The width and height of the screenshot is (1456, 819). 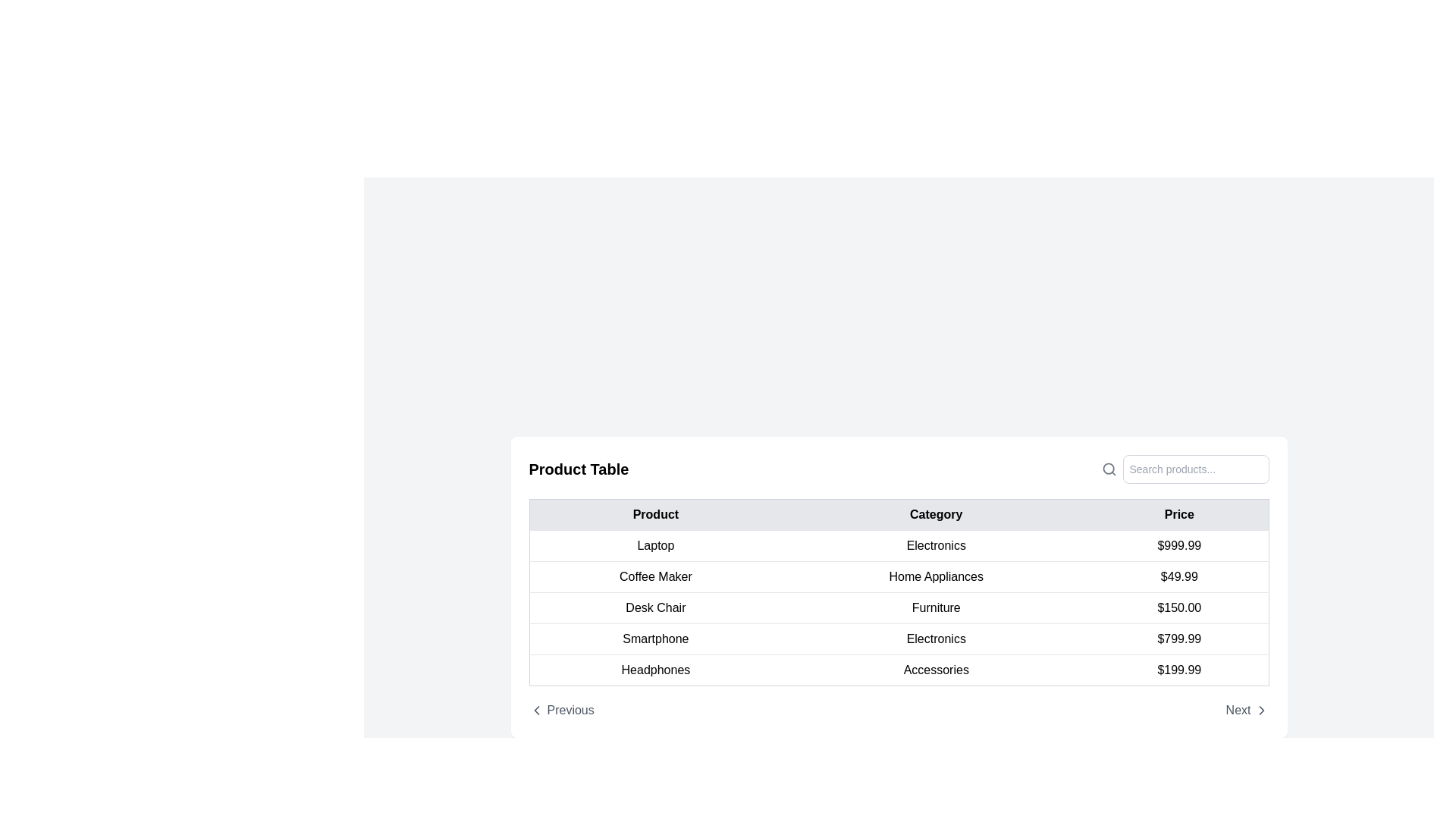 What do you see at coordinates (1178, 544) in the screenshot?
I see `the text content of the Price label displaying '$999.99' for the Laptop item in the table` at bounding box center [1178, 544].